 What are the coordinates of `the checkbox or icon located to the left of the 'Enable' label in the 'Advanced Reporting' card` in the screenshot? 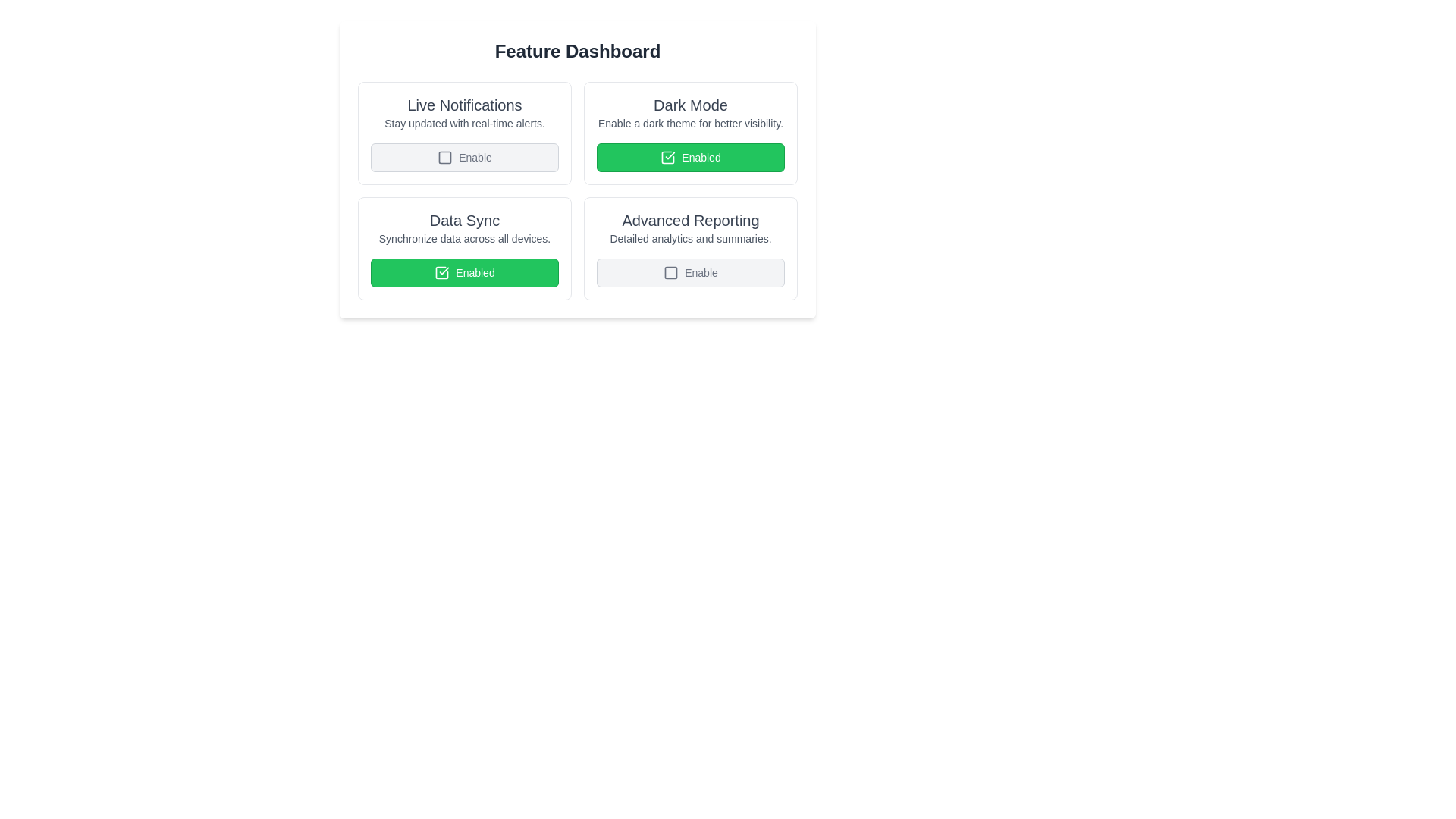 It's located at (670, 271).